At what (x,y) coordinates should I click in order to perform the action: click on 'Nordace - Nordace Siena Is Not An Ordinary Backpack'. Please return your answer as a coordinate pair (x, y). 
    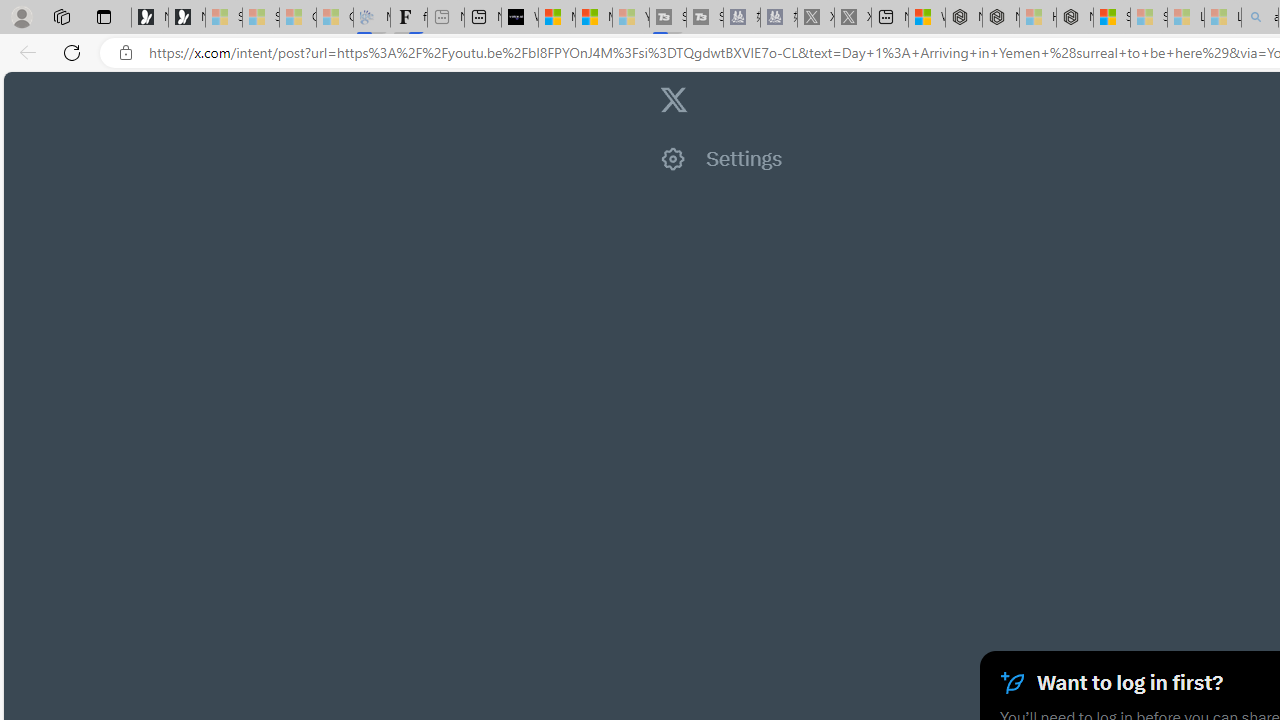
    Looking at the image, I should click on (1074, 17).